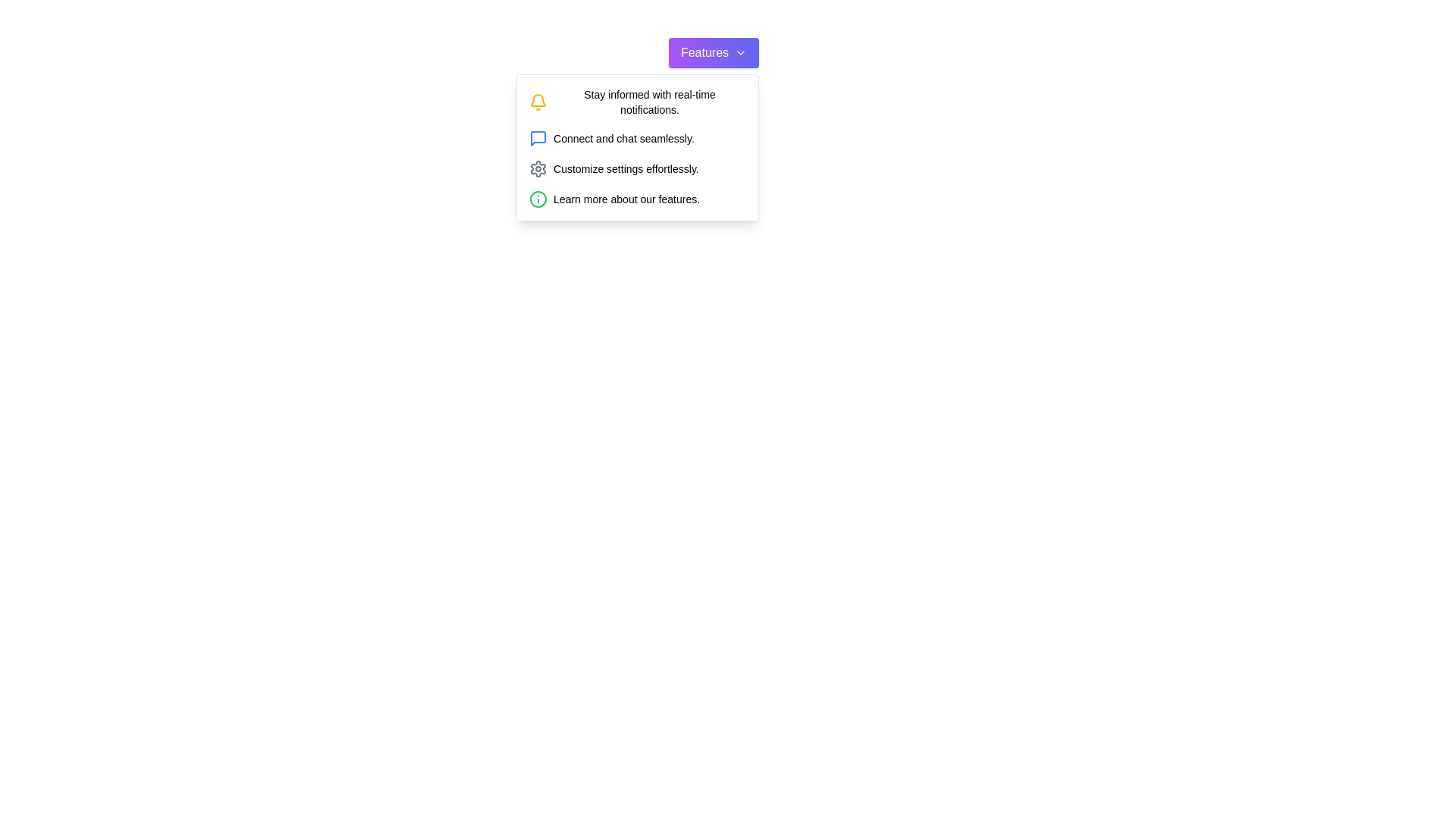 Image resolution: width=1456 pixels, height=819 pixels. What do you see at coordinates (538, 169) in the screenshot?
I see `the gear icon located at the beginning of the third list item under the dropdown menu labeled 'Features', which is positioned directly to the left of the text 'Customize settings effortlessly'` at bounding box center [538, 169].